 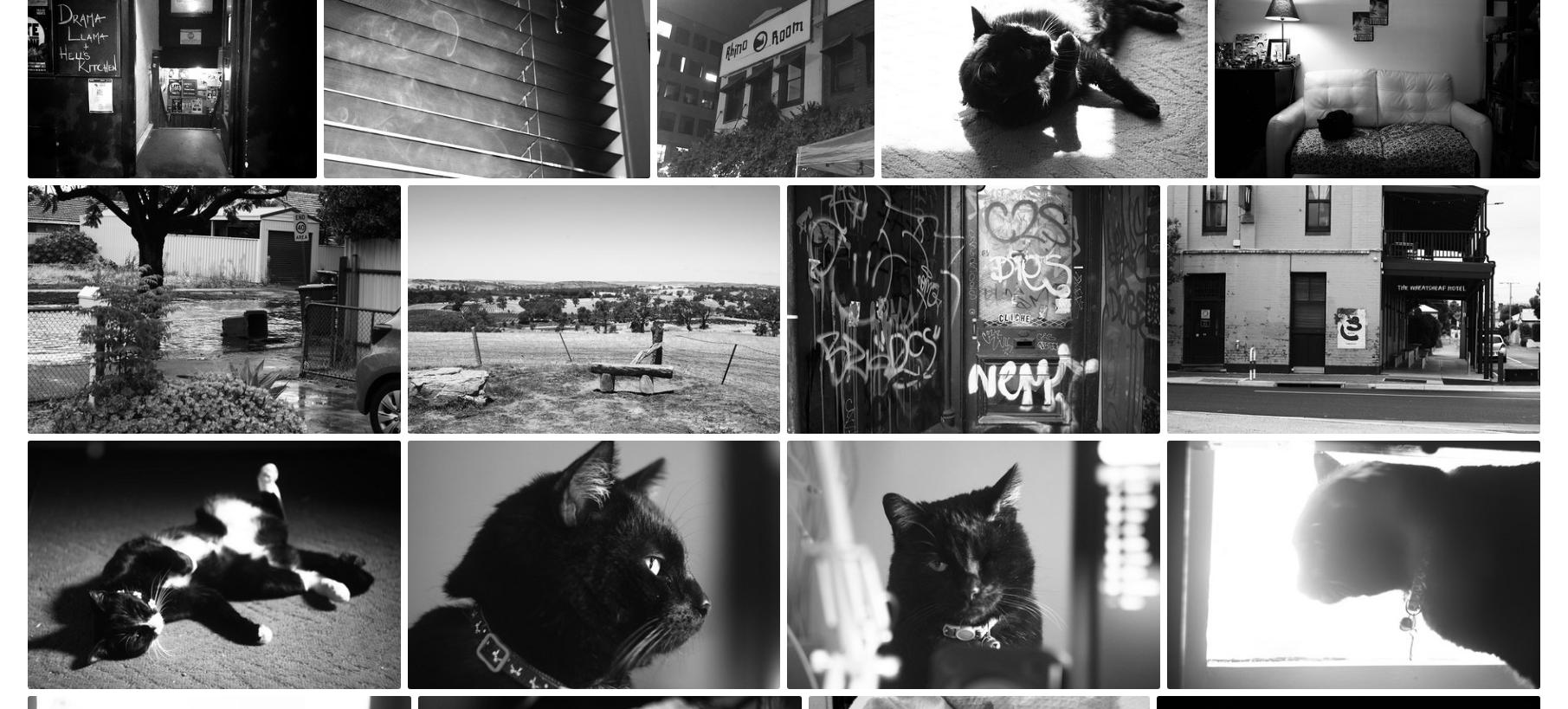 I want to click on '#1,634', so click(x=1189, y=467).